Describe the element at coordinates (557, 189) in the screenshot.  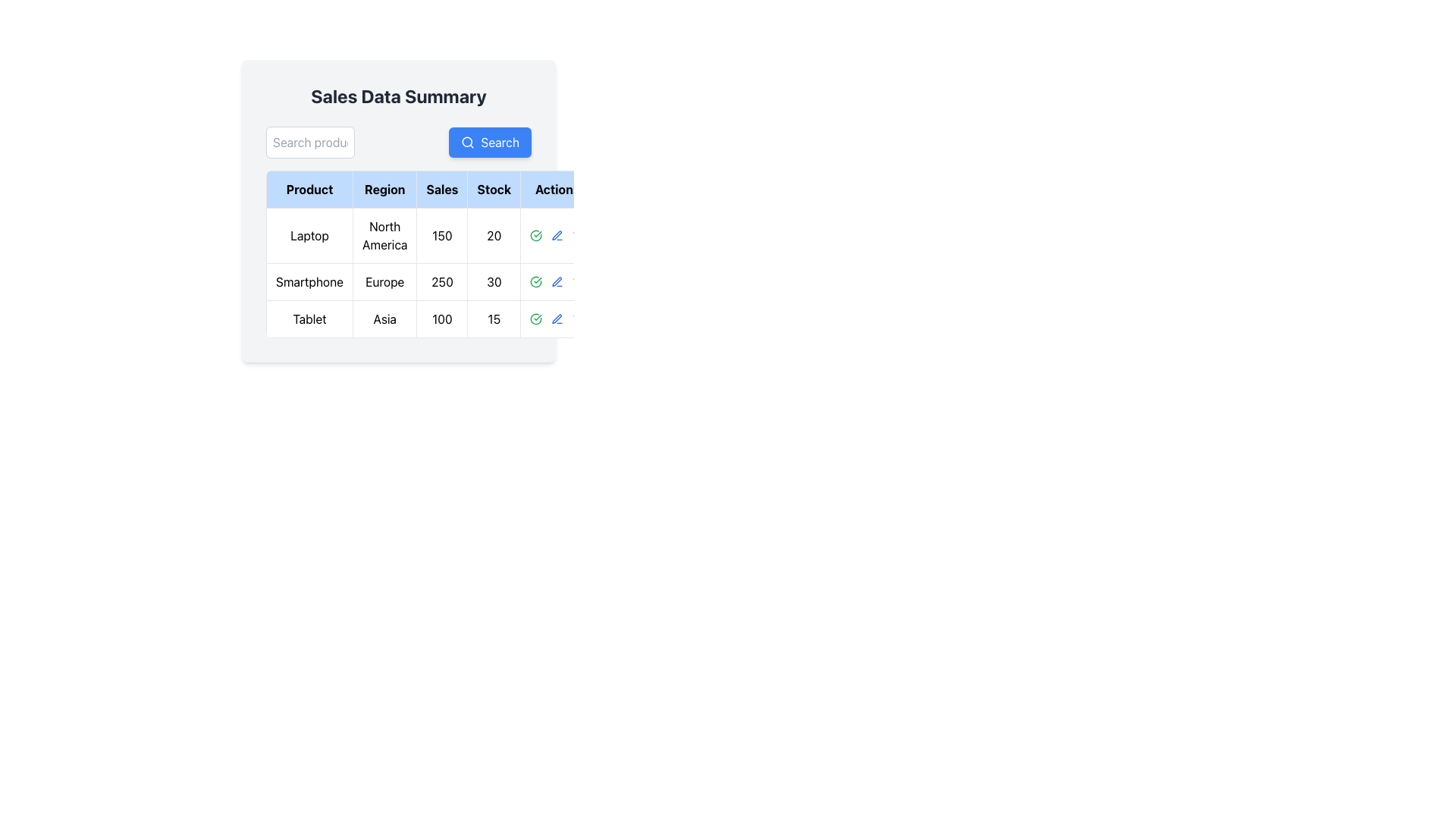
I see `text from the 'Actions' column header cell, which is the fifth header from the left in the table` at that location.